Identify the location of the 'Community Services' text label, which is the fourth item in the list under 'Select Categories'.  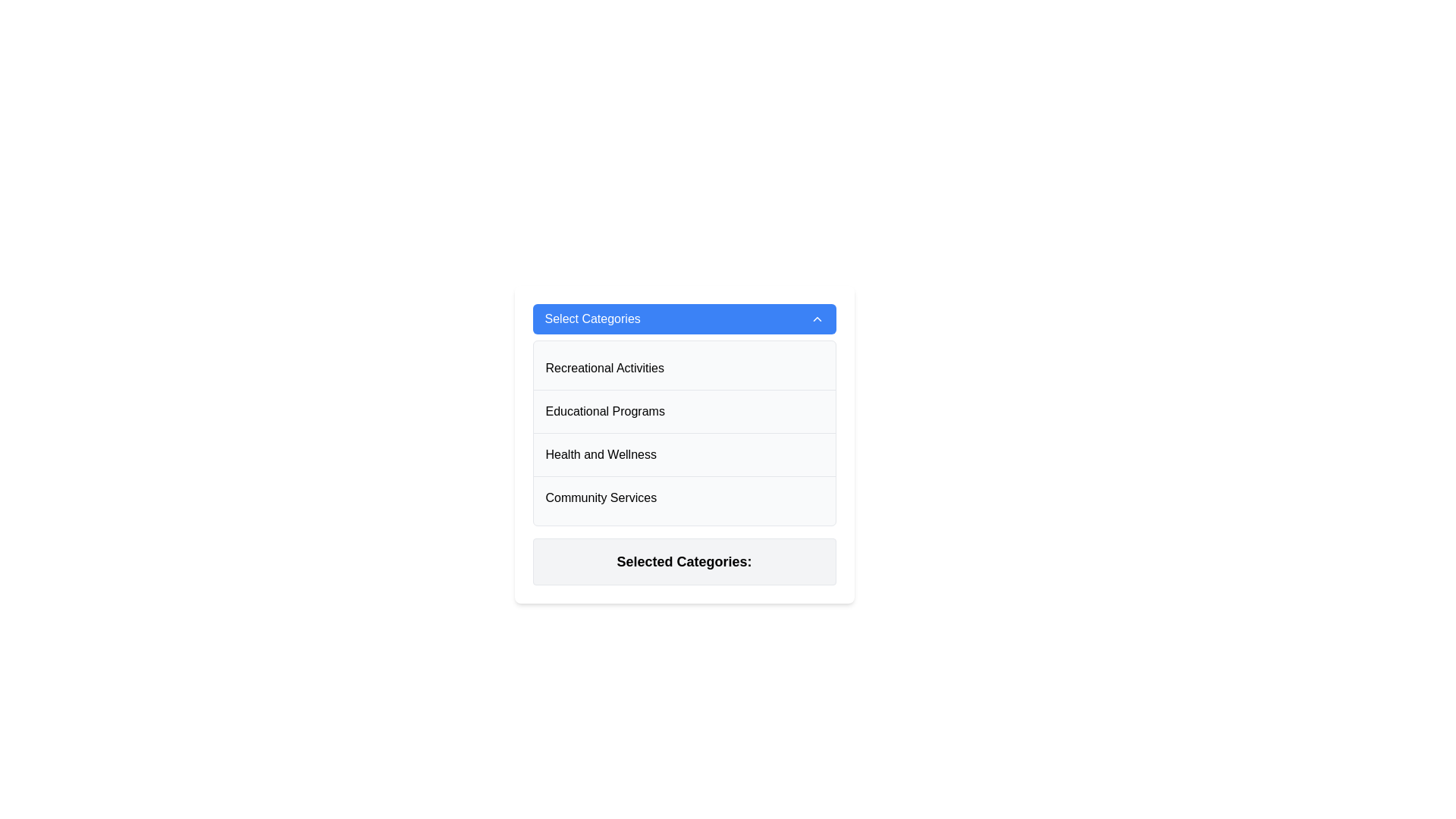
(600, 497).